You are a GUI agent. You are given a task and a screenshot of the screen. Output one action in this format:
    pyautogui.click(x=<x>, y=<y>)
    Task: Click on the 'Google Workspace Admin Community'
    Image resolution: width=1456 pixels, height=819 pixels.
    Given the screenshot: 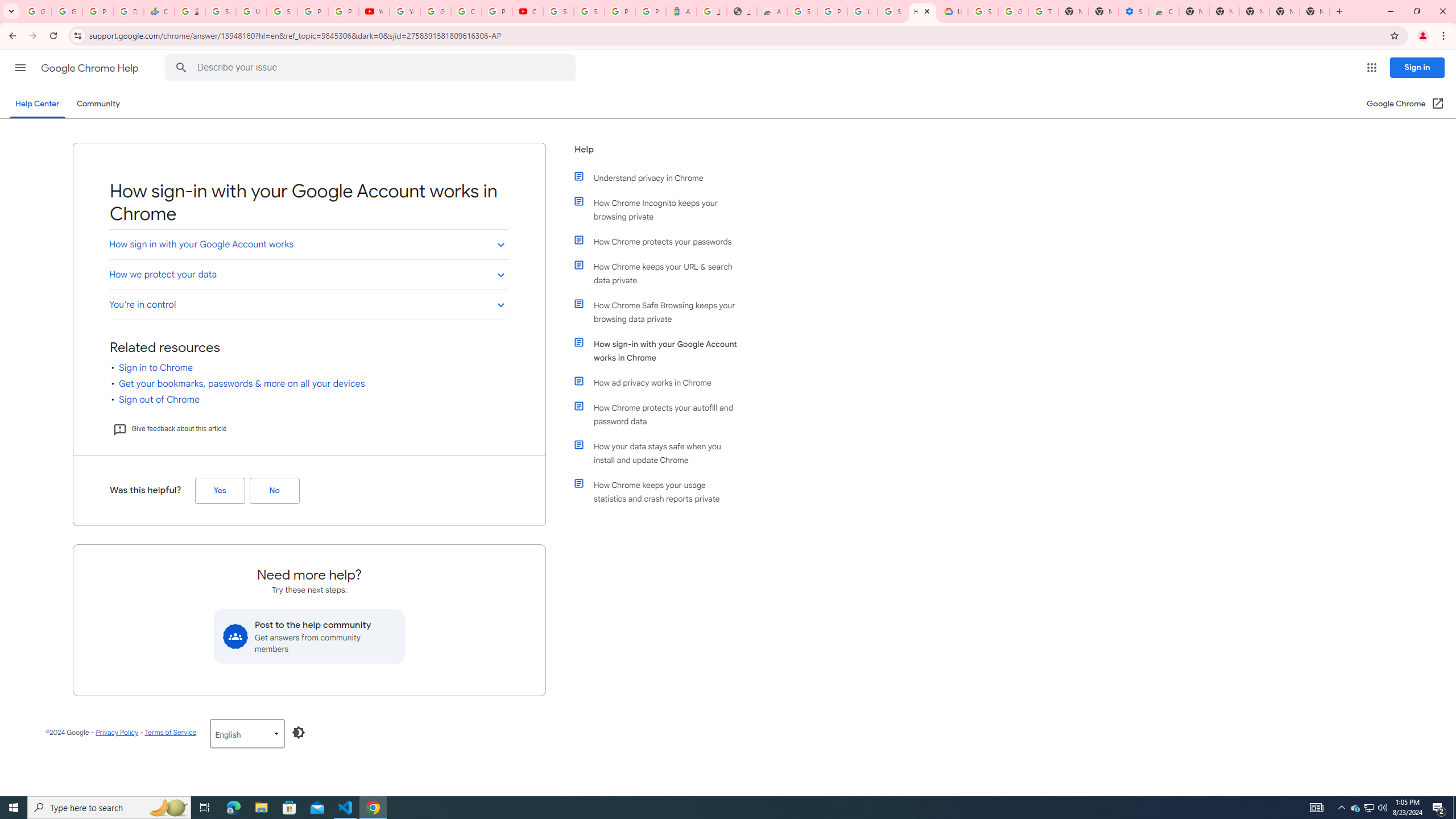 What is the action you would take?
    pyautogui.click(x=36, y=11)
    